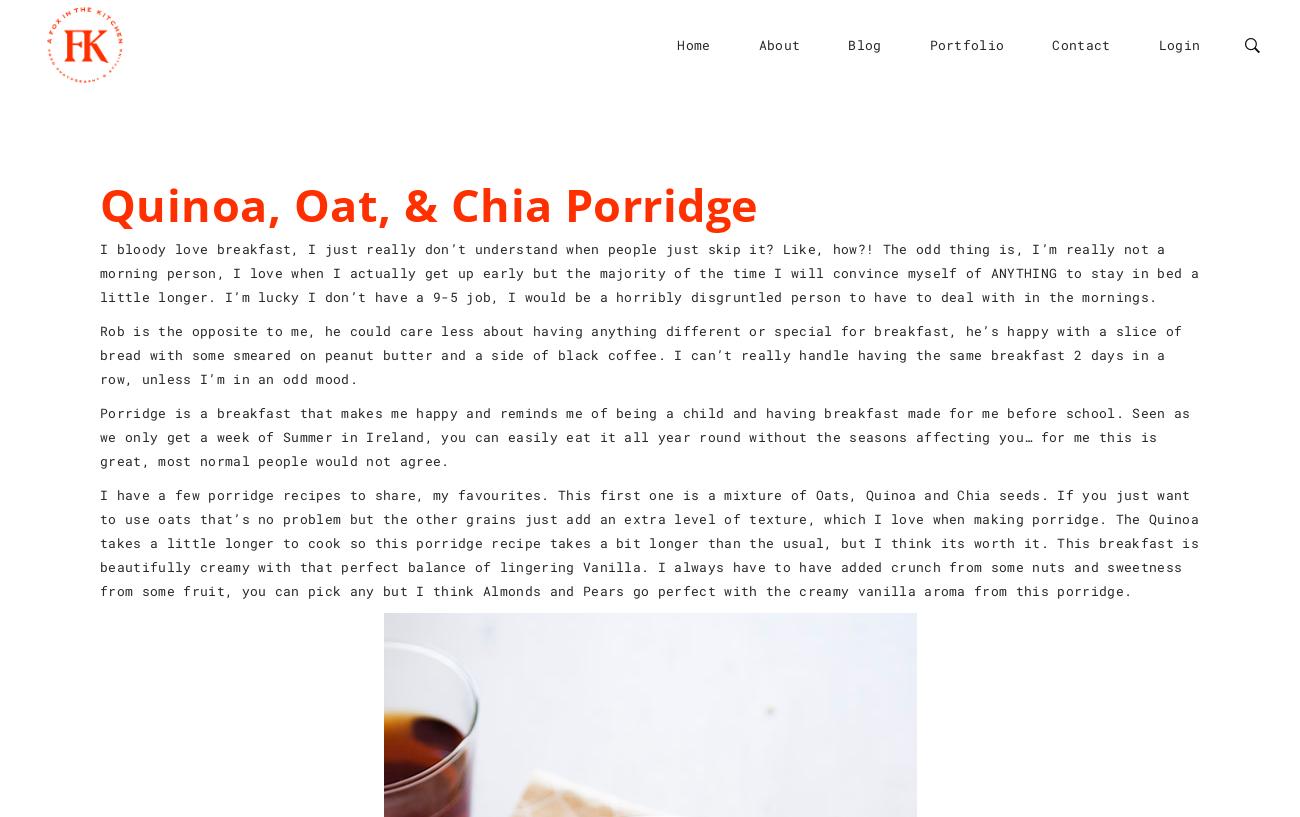 The height and width of the screenshot is (817, 1300). I want to click on 'Porridge is a breakfast that makes me happy and reminds me of being a child and having breakfast made for me before school. Seen as we only get a week of Summer in Ireland, you can easily eat it all year round without the seasons affecting you… for me this is great, most normal people would not agree.', so click(645, 437).